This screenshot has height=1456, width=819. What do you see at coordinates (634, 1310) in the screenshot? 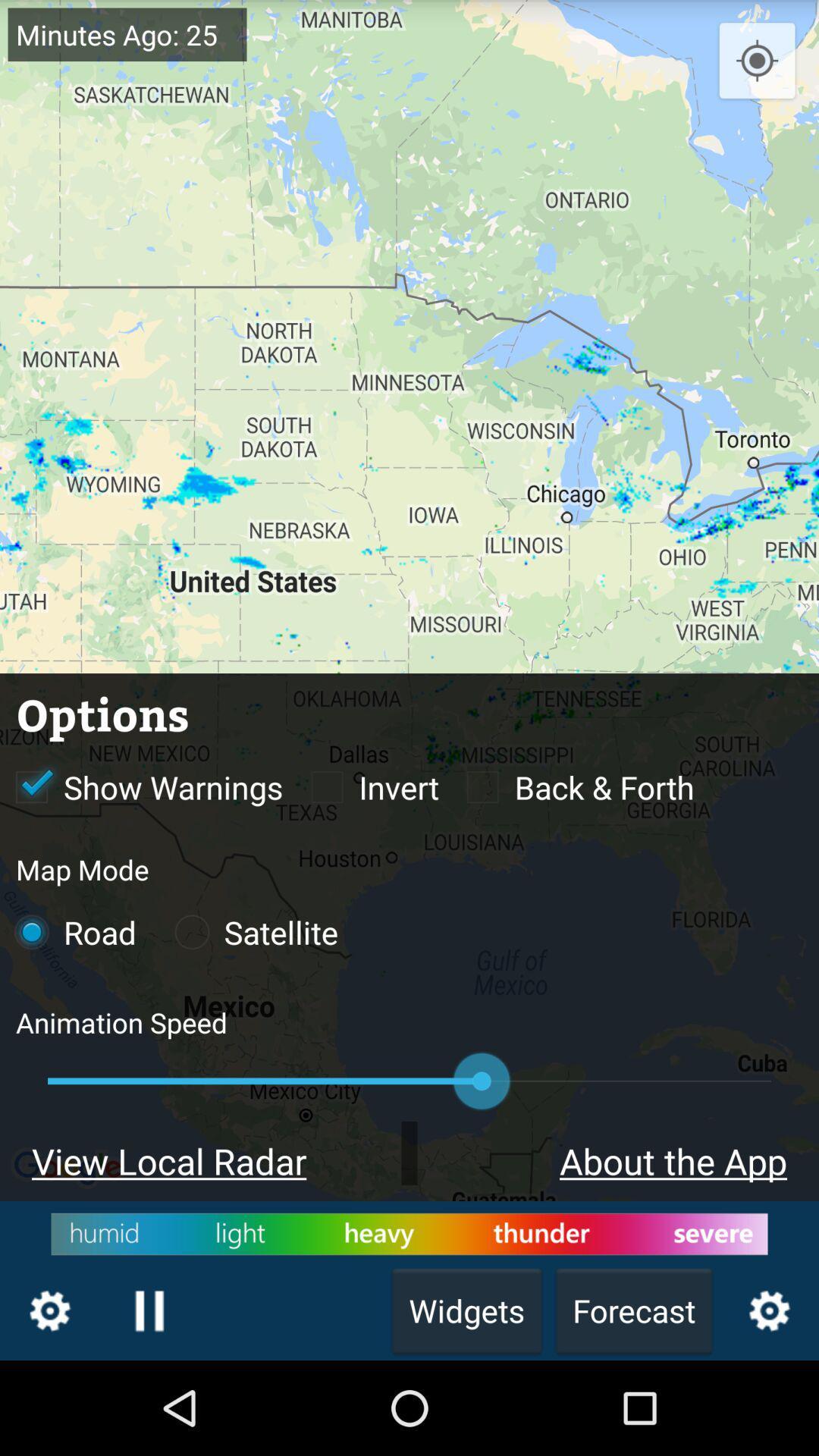
I see `the text forecast` at bounding box center [634, 1310].